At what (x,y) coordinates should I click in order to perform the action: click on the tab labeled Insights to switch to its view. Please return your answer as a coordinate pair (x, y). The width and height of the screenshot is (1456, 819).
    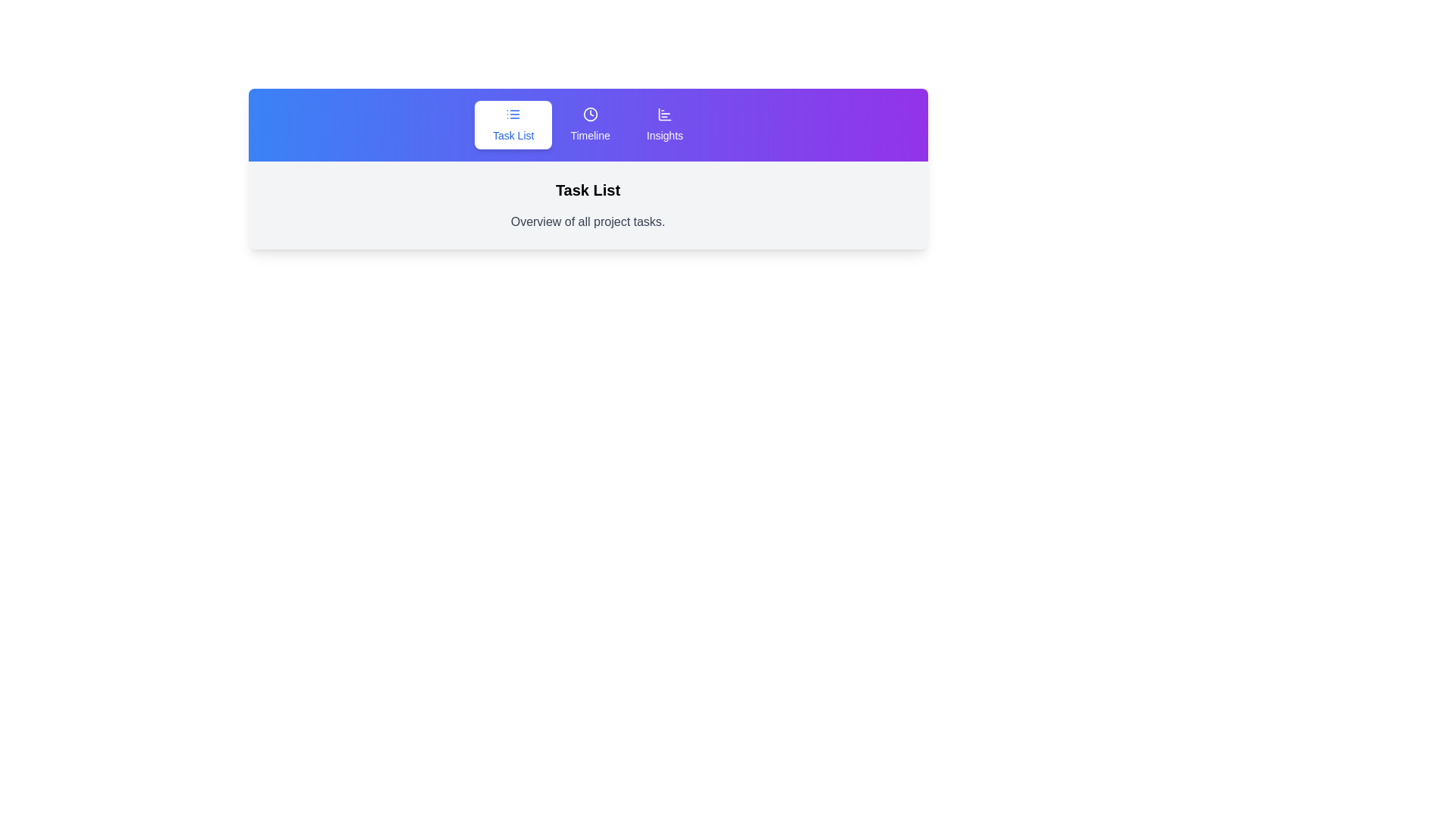
    Looking at the image, I should click on (664, 124).